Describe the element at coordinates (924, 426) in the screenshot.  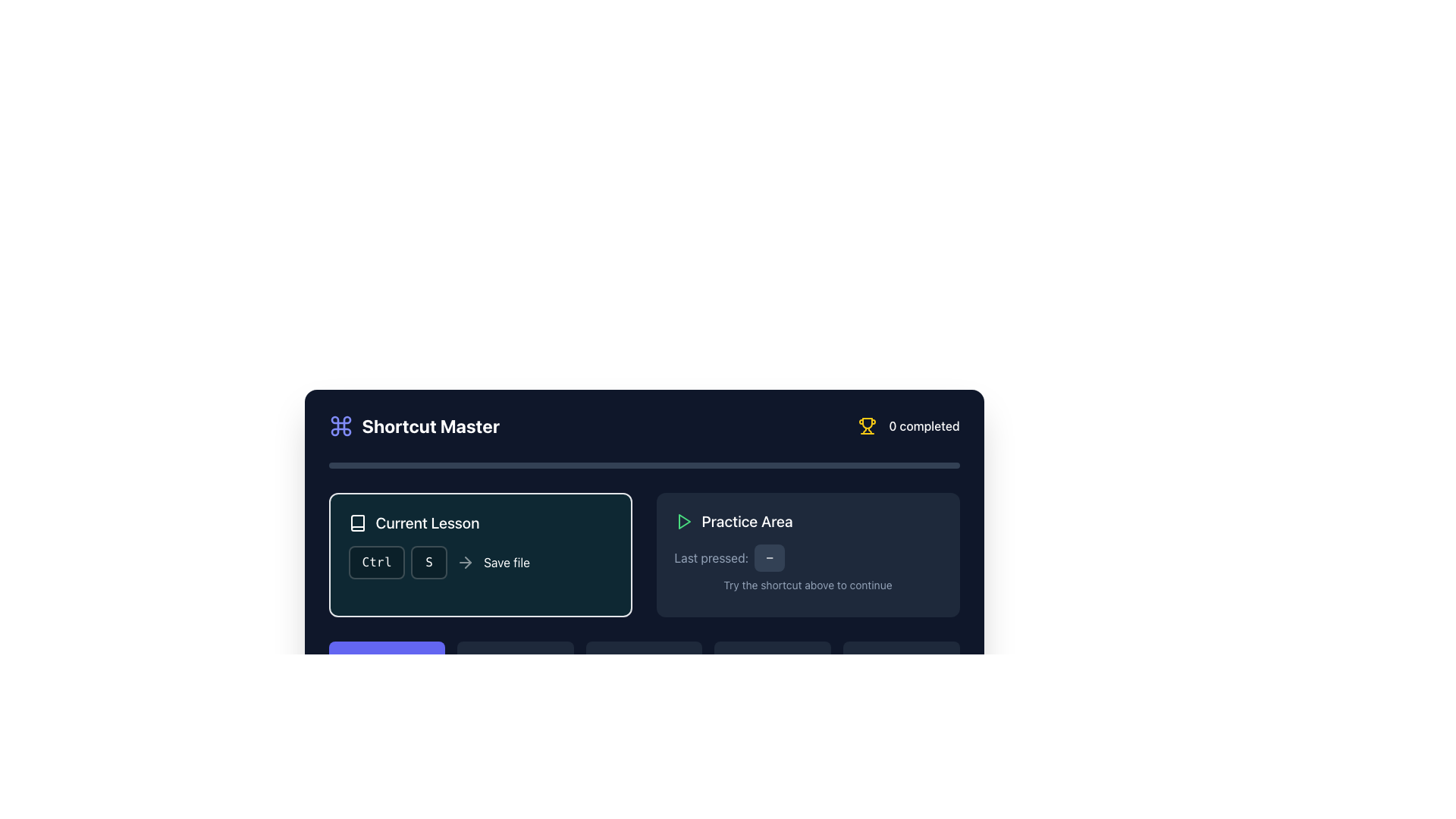
I see `the text label indicating the number of completed tasks, located at the top-right corner of the interface, next to a yellow trophy icon, for potential UI interactions` at that location.